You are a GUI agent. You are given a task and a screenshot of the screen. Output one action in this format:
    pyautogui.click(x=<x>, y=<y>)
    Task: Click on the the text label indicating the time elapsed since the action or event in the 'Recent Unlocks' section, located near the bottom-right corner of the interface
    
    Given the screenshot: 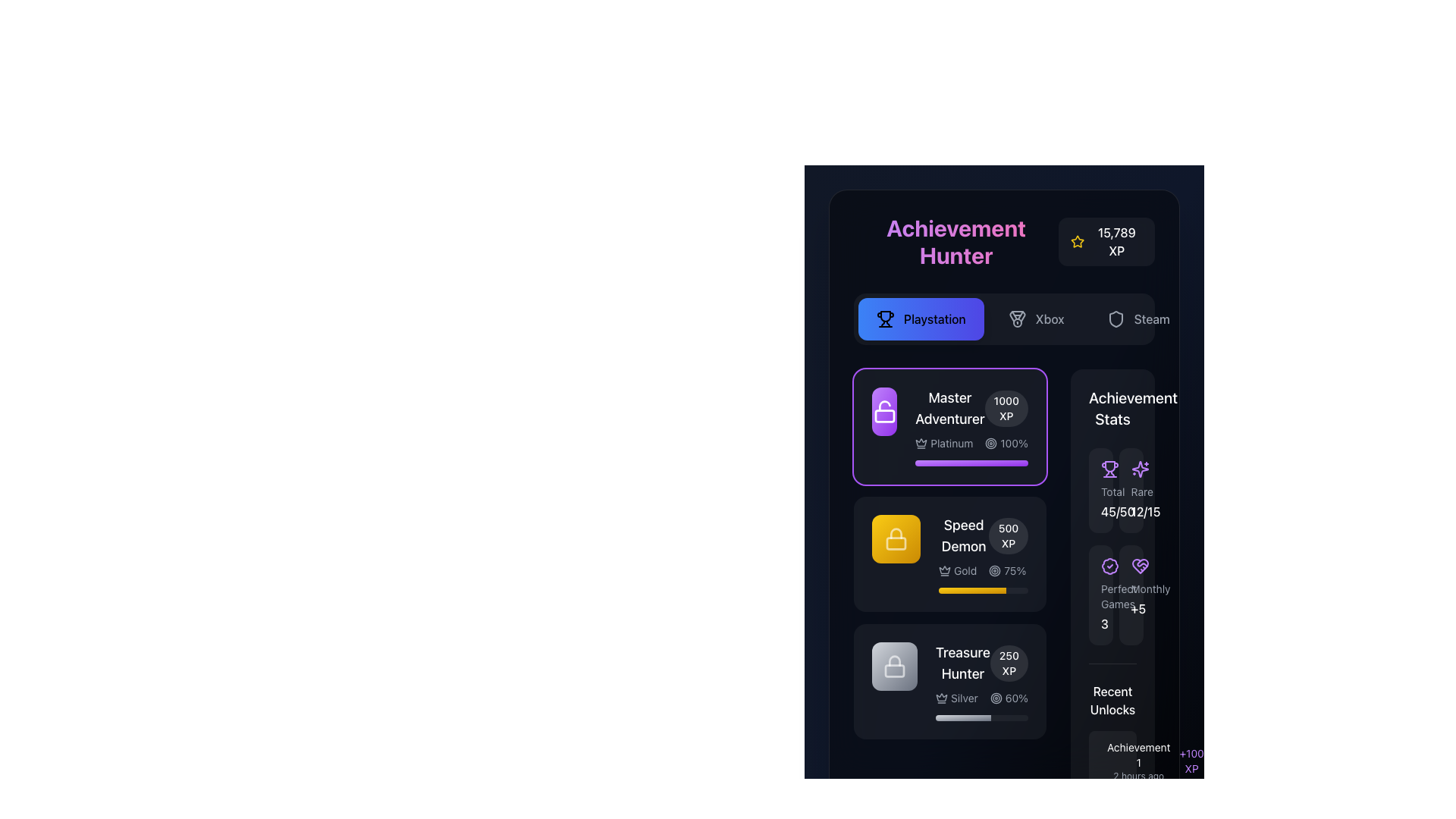 What is the action you would take?
    pyautogui.click(x=1138, y=776)
    